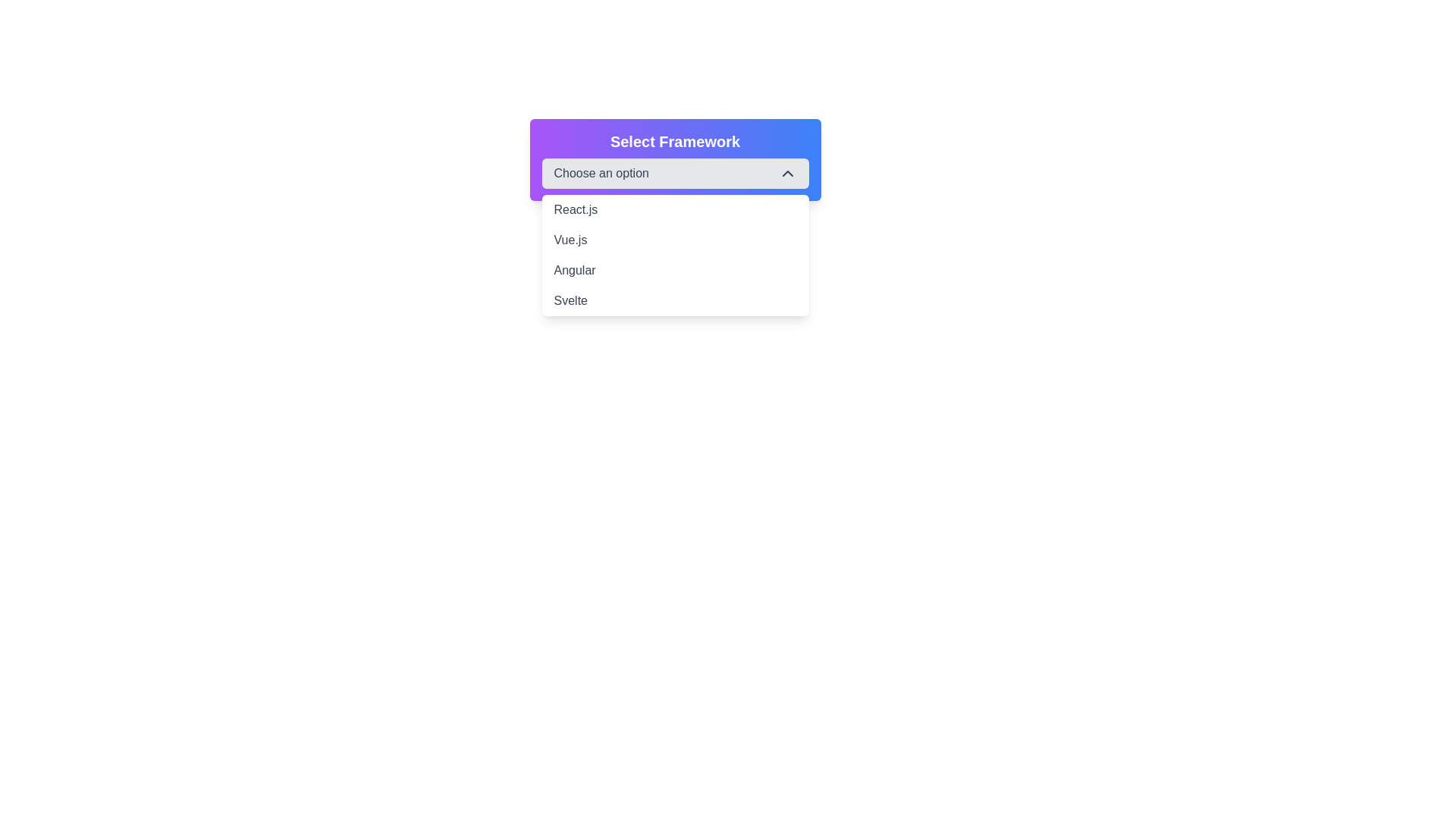 Image resolution: width=1456 pixels, height=819 pixels. Describe the element at coordinates (601, 172) in the screenshot. I see `the text label that reads 'Choose an option' to trigger hover styles` at that location.